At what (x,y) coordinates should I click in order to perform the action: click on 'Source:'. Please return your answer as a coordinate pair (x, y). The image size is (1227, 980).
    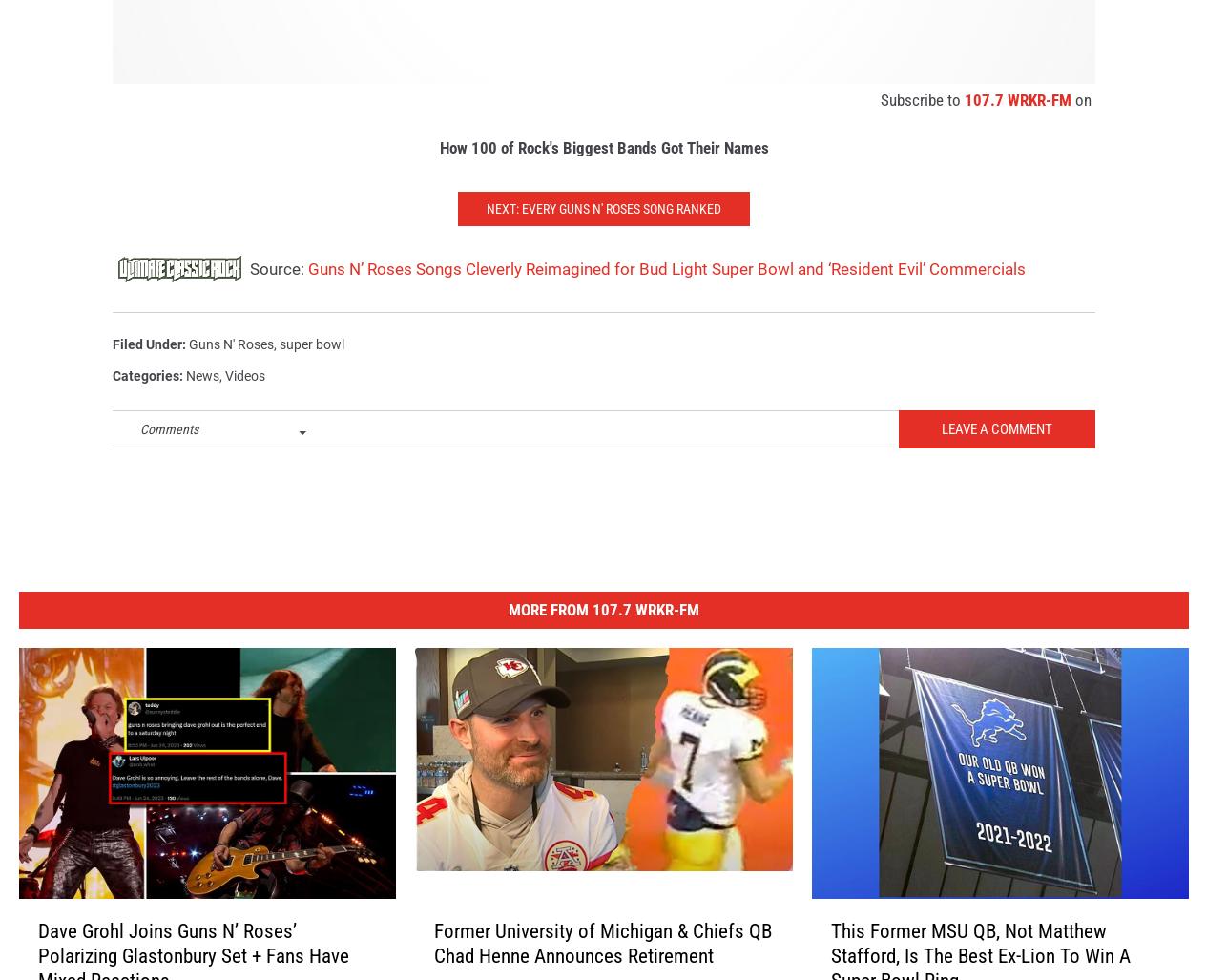
    Looking at the image, I should click on (277, 288).